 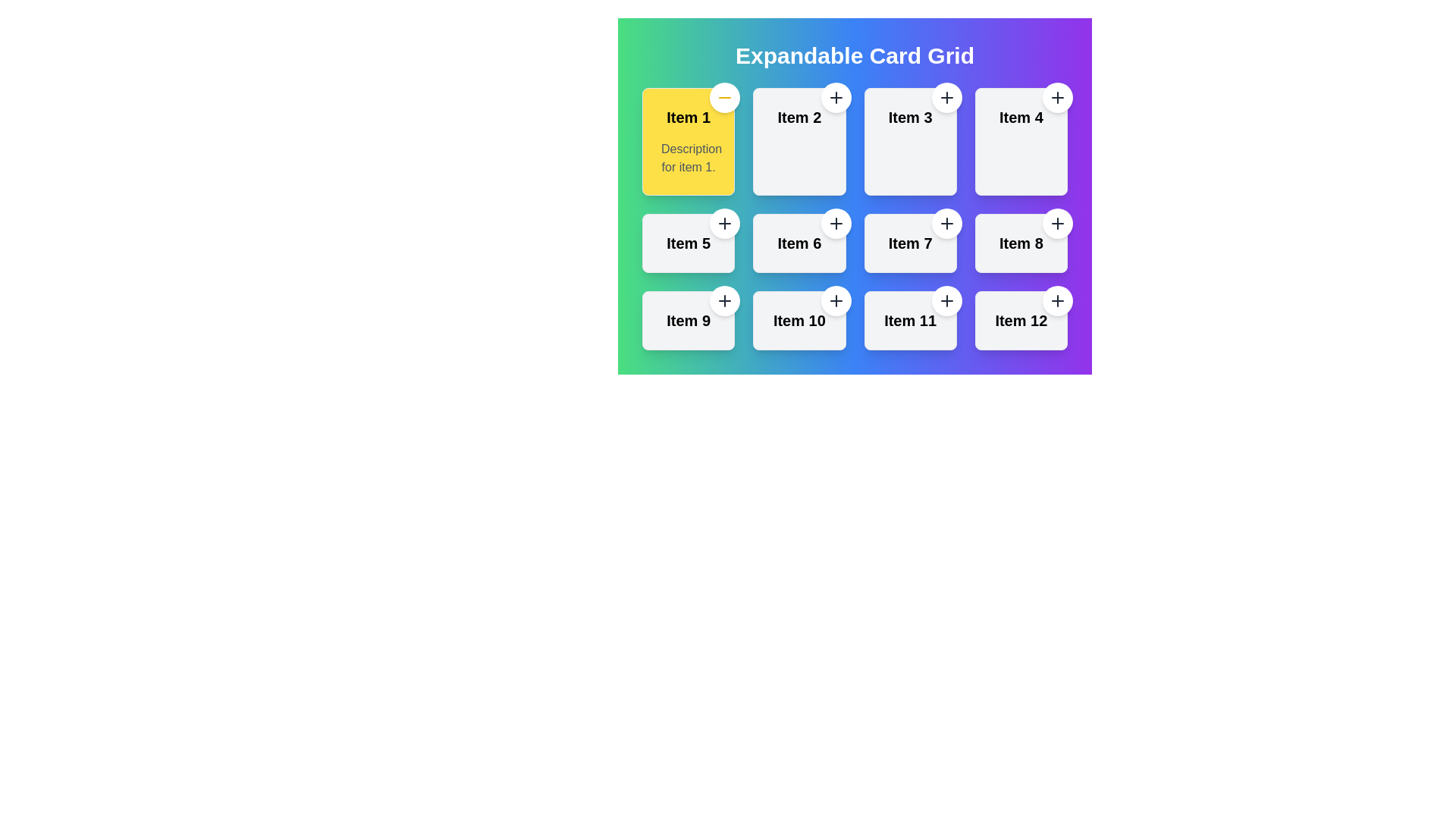 I want to click on the small circular button with a white background and dark gray '+' icon located at the top-right corner of the card labeled 'Item 4', so click(x=1057, y=97).